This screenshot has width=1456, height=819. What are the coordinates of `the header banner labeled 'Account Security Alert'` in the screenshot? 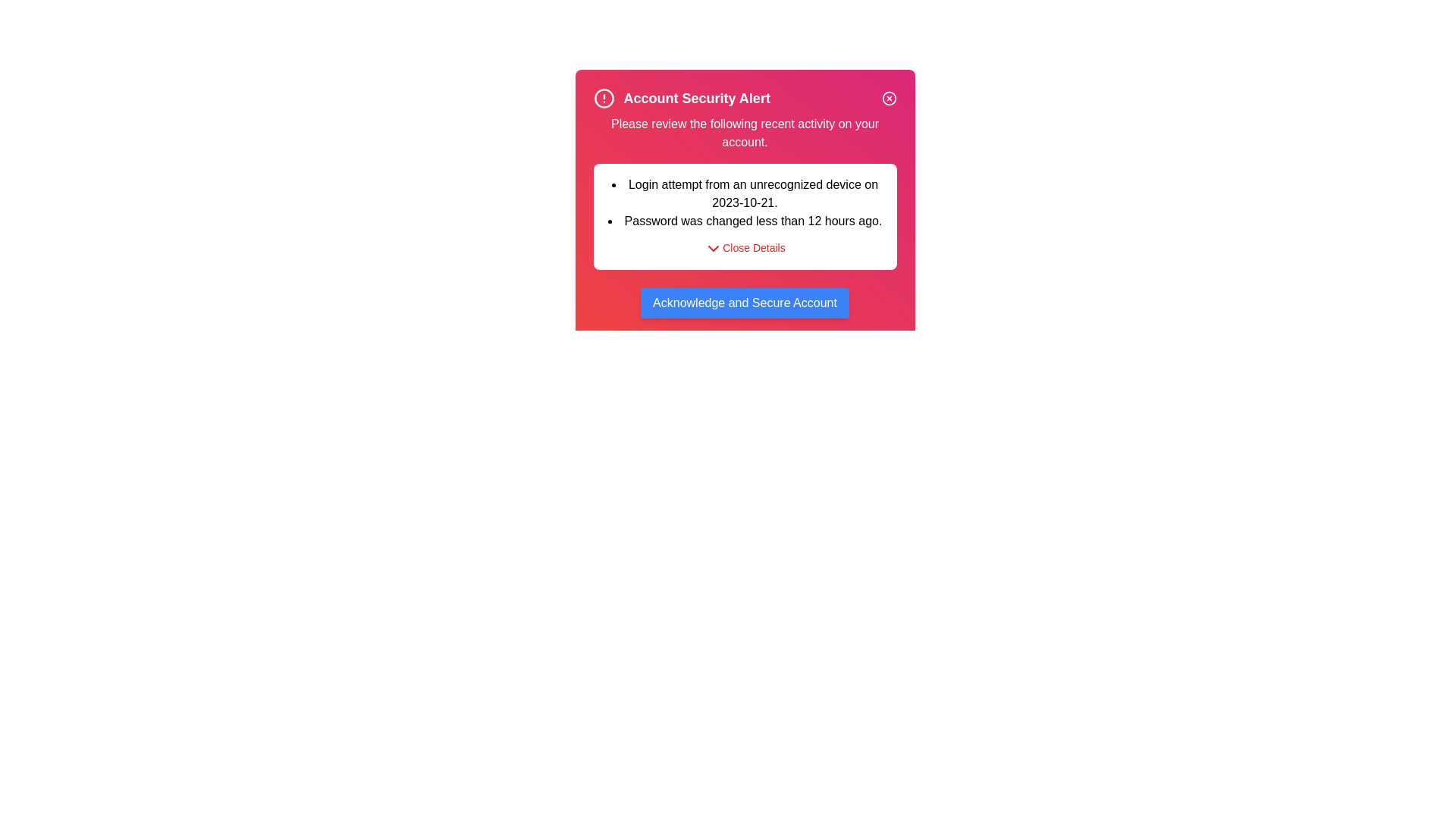 It's located at (745, 99).